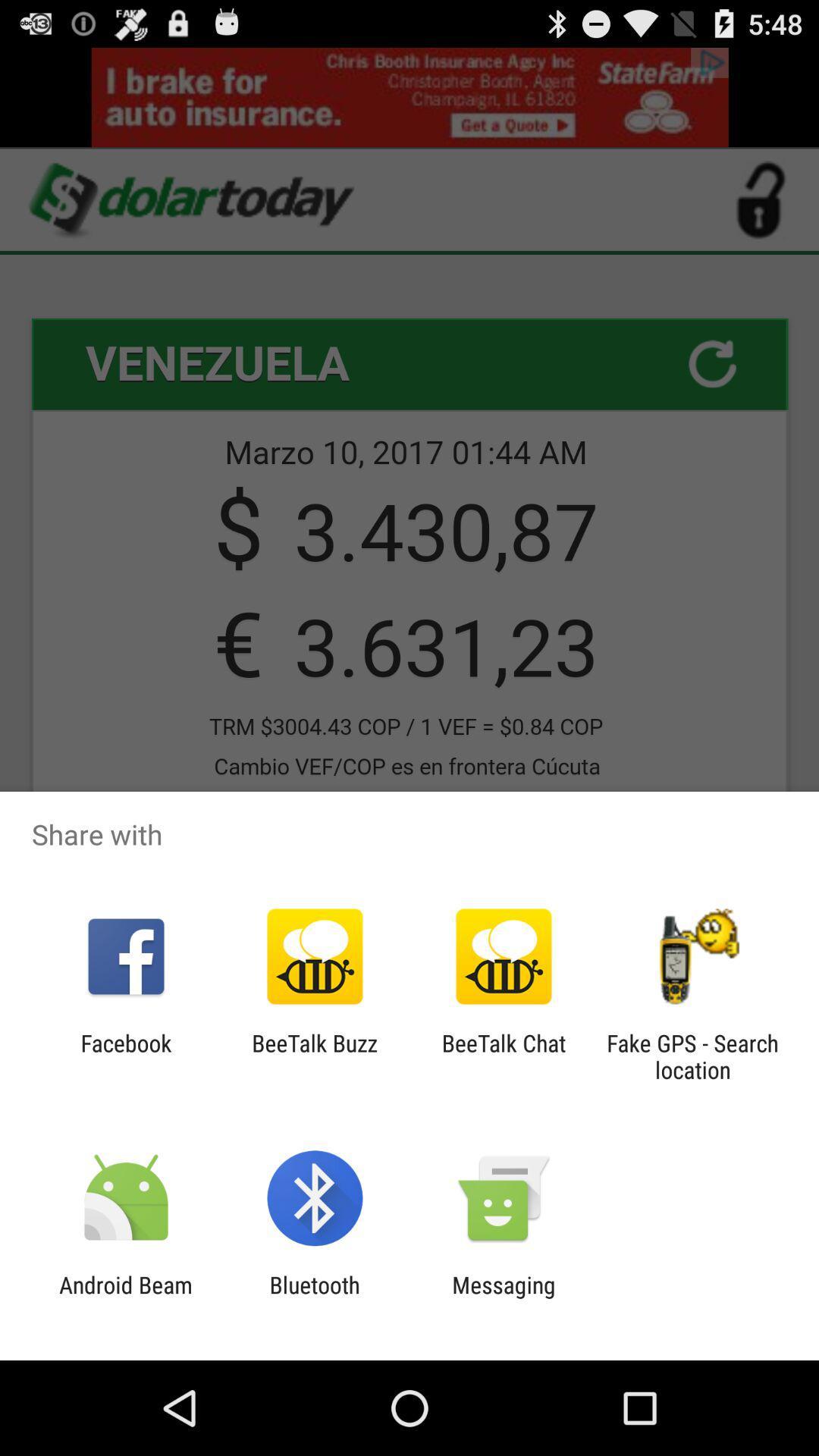  What do you see at coordinates (314, 1298) in the screenshot?
I see `icon next to messaging icon` at bounding box center [314, 1298].